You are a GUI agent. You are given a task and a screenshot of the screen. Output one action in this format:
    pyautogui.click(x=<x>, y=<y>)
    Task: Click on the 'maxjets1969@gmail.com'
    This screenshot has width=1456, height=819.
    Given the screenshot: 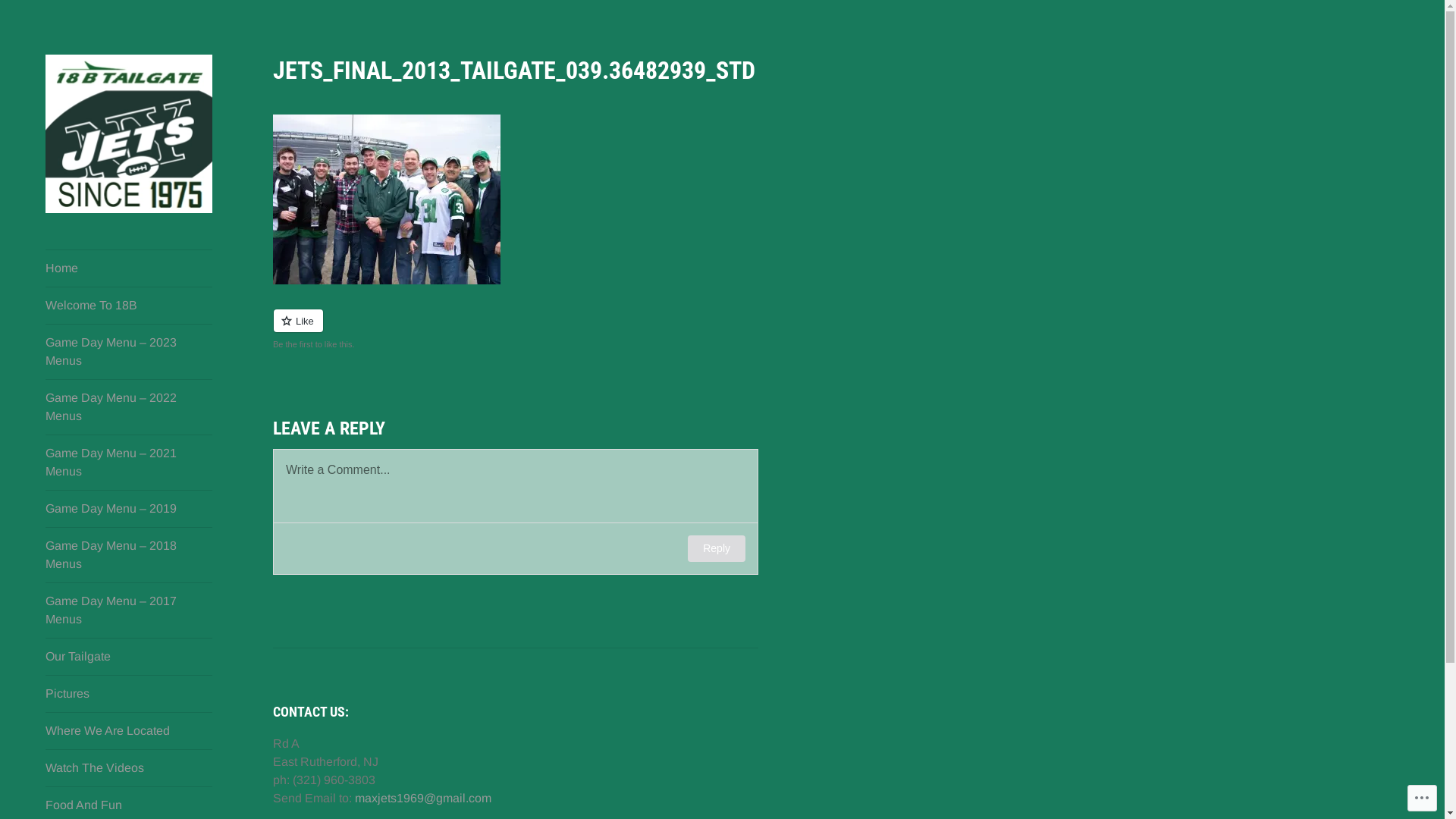 What is the action you would take?
    pyautogui.click(x=422, y=797)
    